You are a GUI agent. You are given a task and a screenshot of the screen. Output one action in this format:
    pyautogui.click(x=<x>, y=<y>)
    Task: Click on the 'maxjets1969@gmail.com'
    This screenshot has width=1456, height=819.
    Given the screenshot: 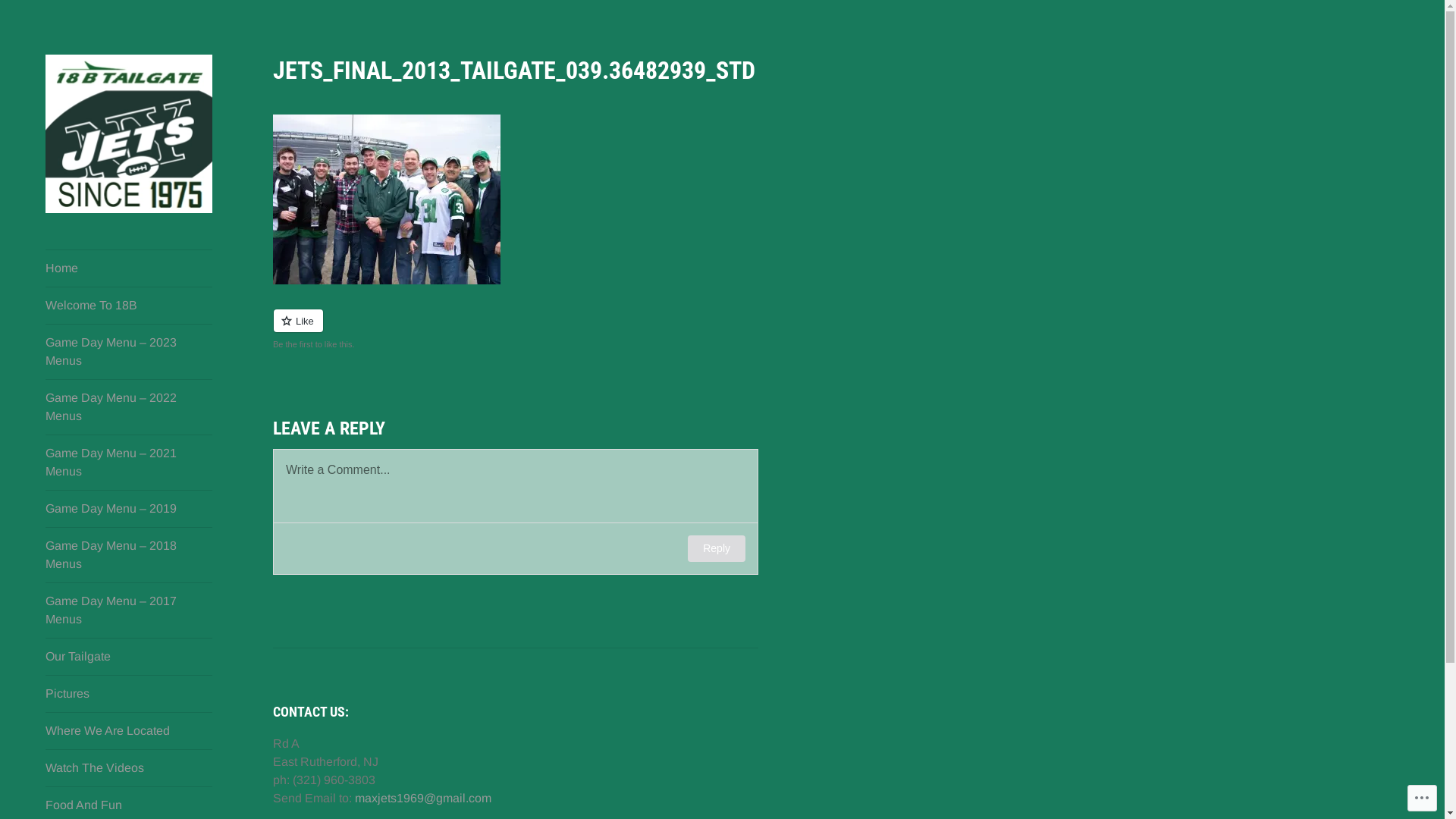 What is the action you would take?
    pyautogui.click(x=422, y=797)
    